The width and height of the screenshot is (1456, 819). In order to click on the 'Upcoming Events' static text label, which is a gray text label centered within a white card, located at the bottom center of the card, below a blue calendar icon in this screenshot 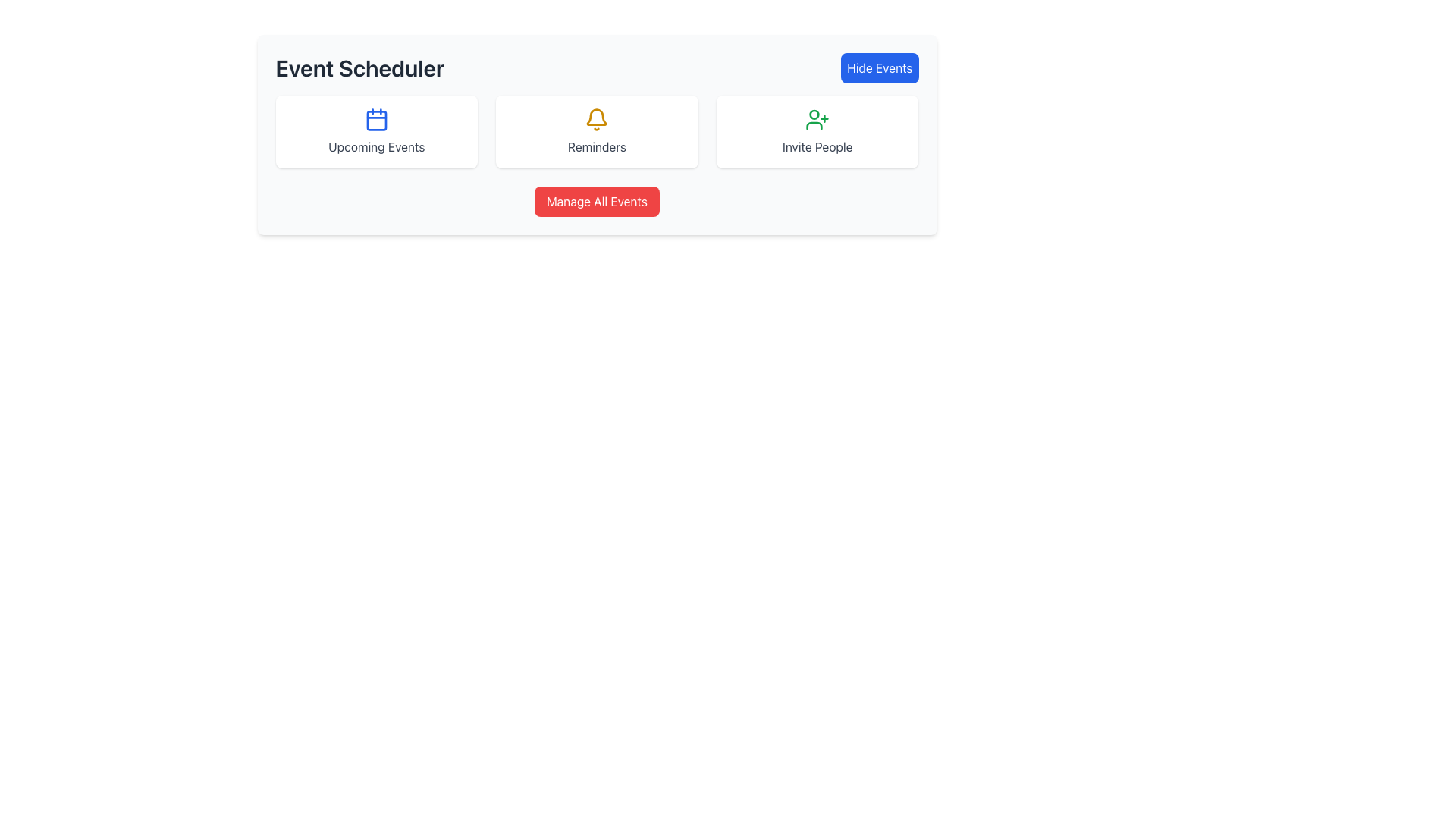, I will do `click(376, 146)`.